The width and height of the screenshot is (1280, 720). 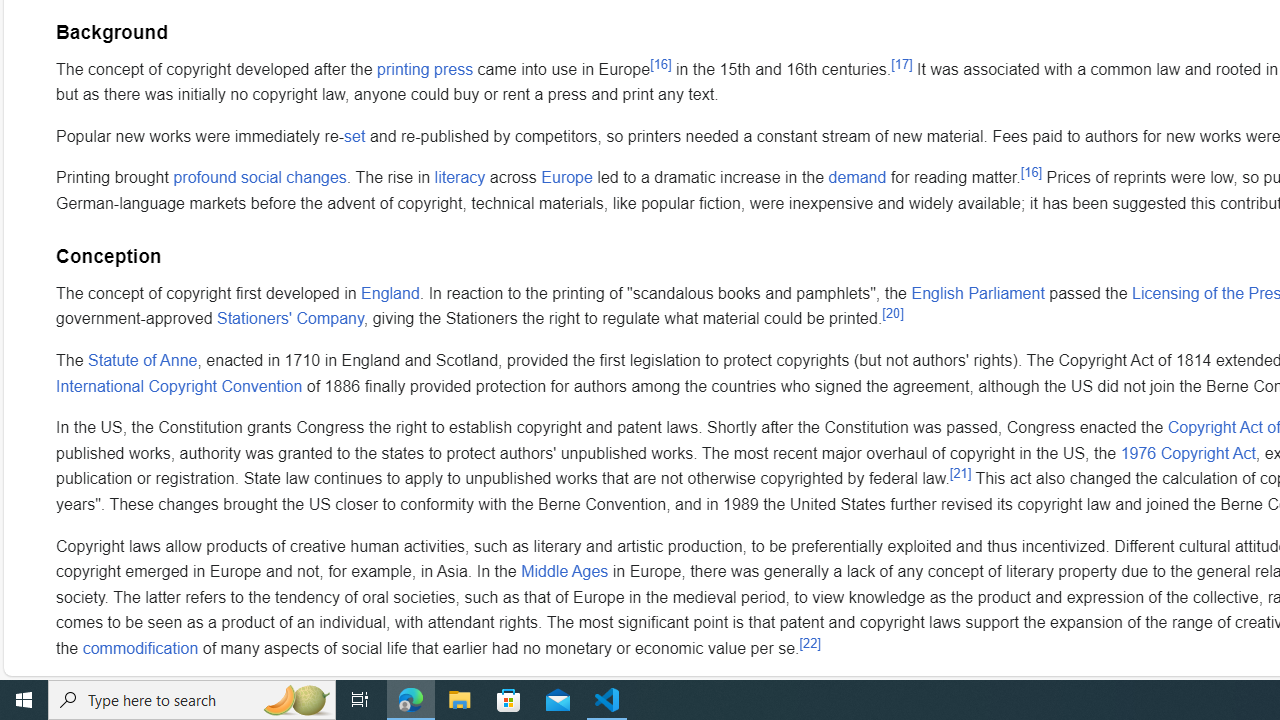 What do you see at coordinates (258, 177) in the screenshot?
I see `'profound social changes'` at bounding box center [258, 177].